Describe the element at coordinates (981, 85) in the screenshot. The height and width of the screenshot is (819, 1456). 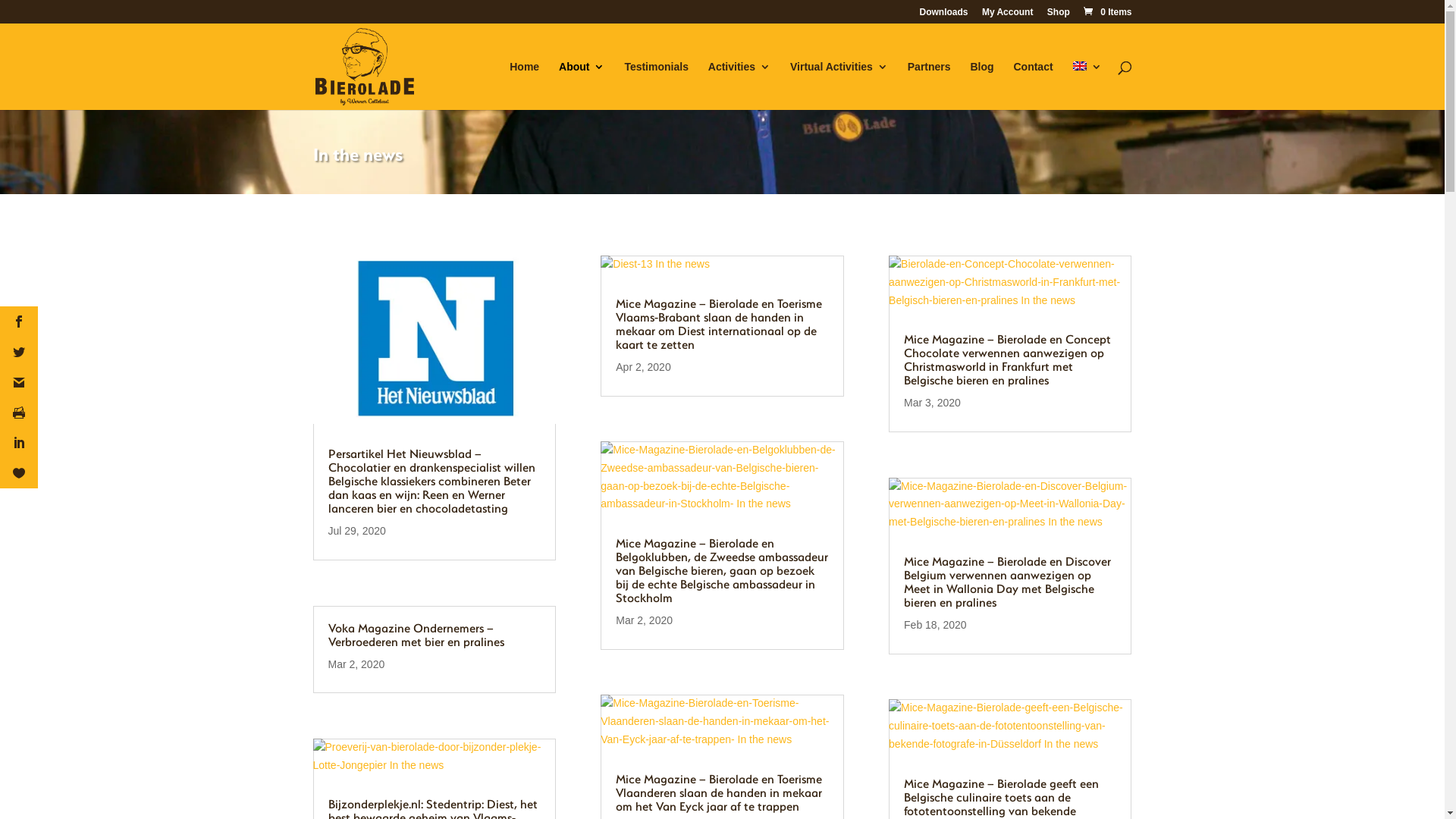
I see `'Blog'` at that location.